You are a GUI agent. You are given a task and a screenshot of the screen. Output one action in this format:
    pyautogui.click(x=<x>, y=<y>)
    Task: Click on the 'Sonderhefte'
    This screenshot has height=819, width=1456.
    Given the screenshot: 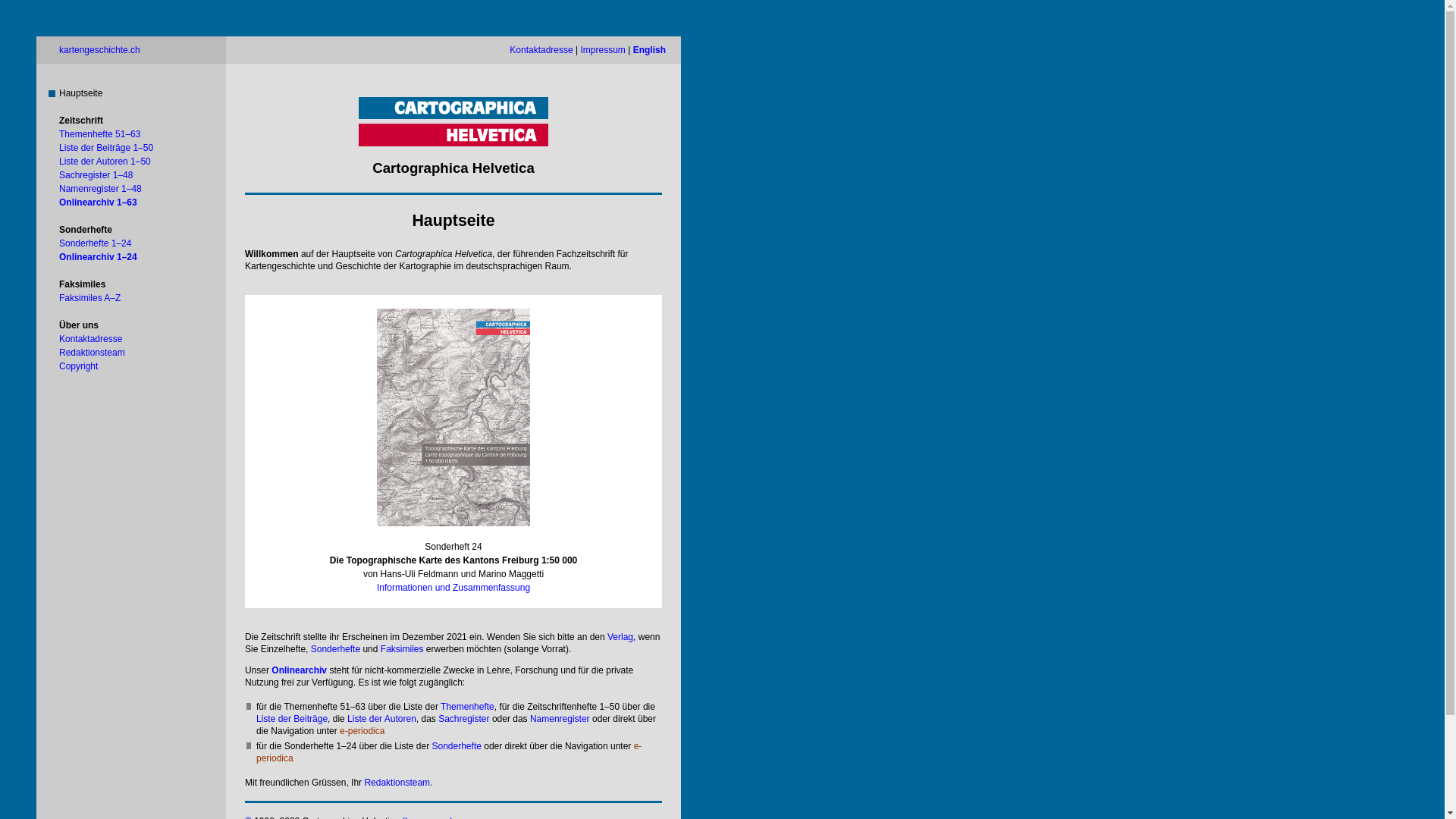 What is the action you would take?
    pyautogui.click(x=334, y=648)
    